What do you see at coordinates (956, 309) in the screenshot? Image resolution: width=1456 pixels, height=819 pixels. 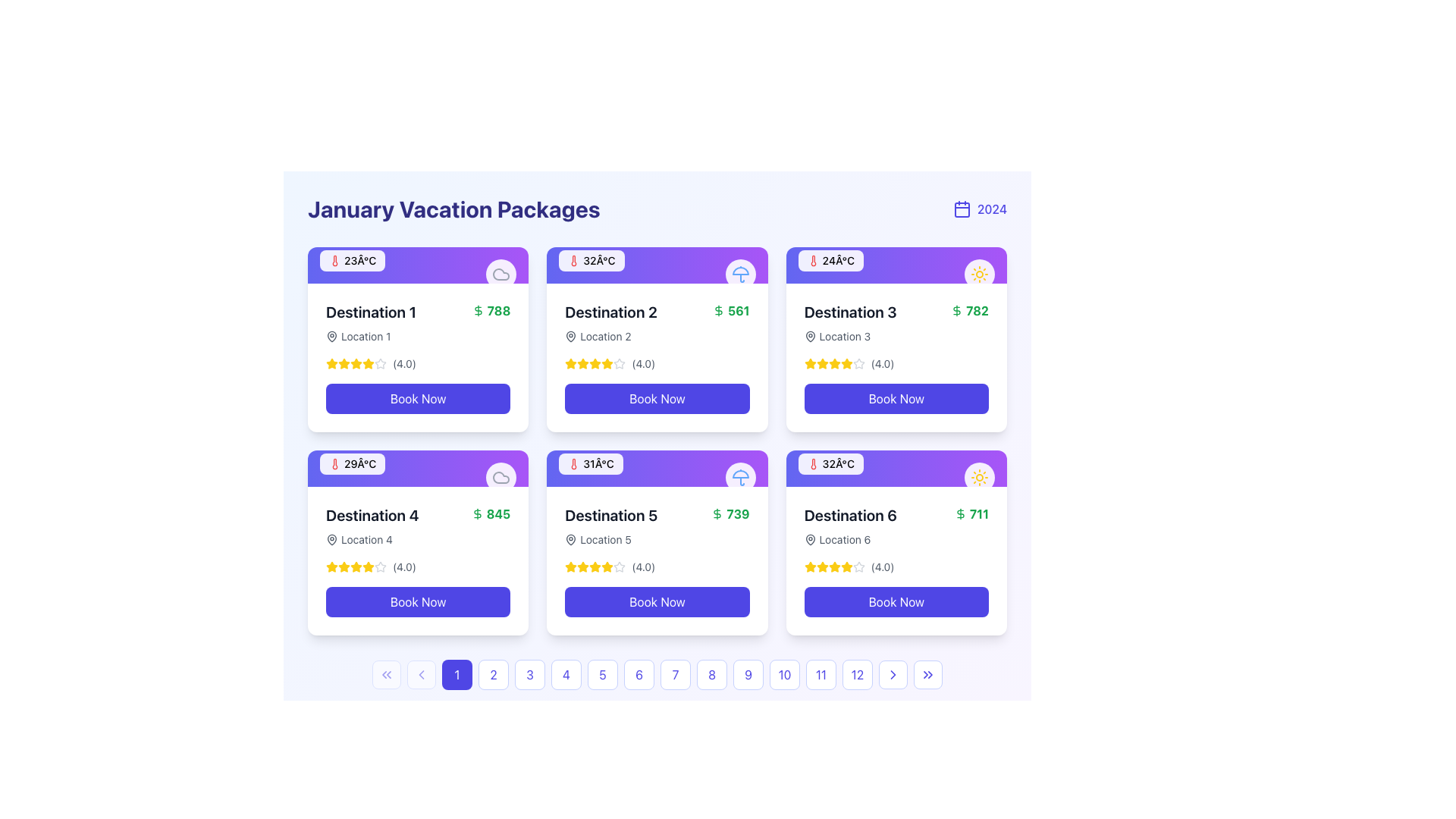 I see `the bold green dollar sign icon located to the left of the numeric value '782' within the card labeled 'Destination 3'` at bounding box center [956, 309].